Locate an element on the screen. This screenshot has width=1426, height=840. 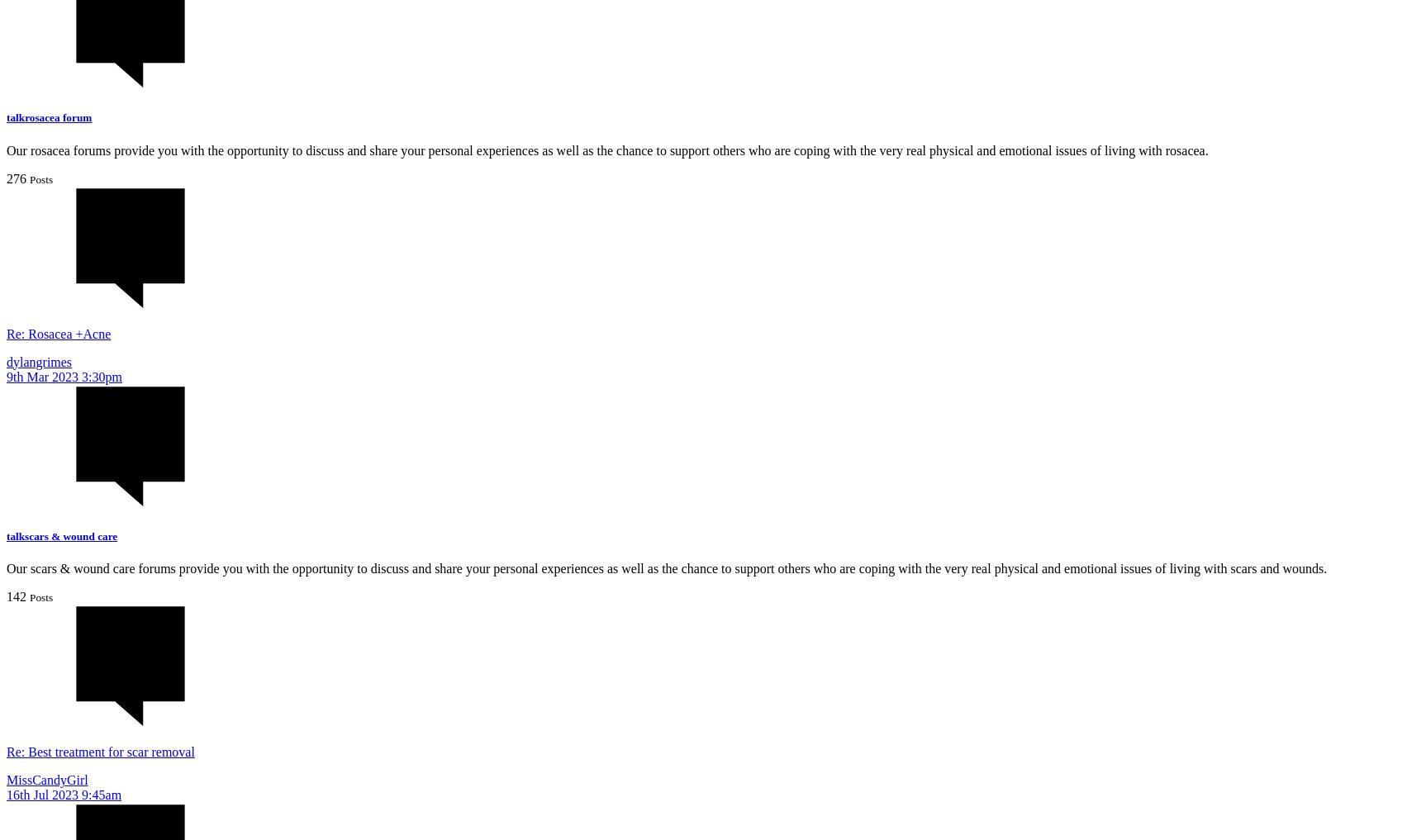
'talkscars & wound care' is located at coordinates (6, 535).